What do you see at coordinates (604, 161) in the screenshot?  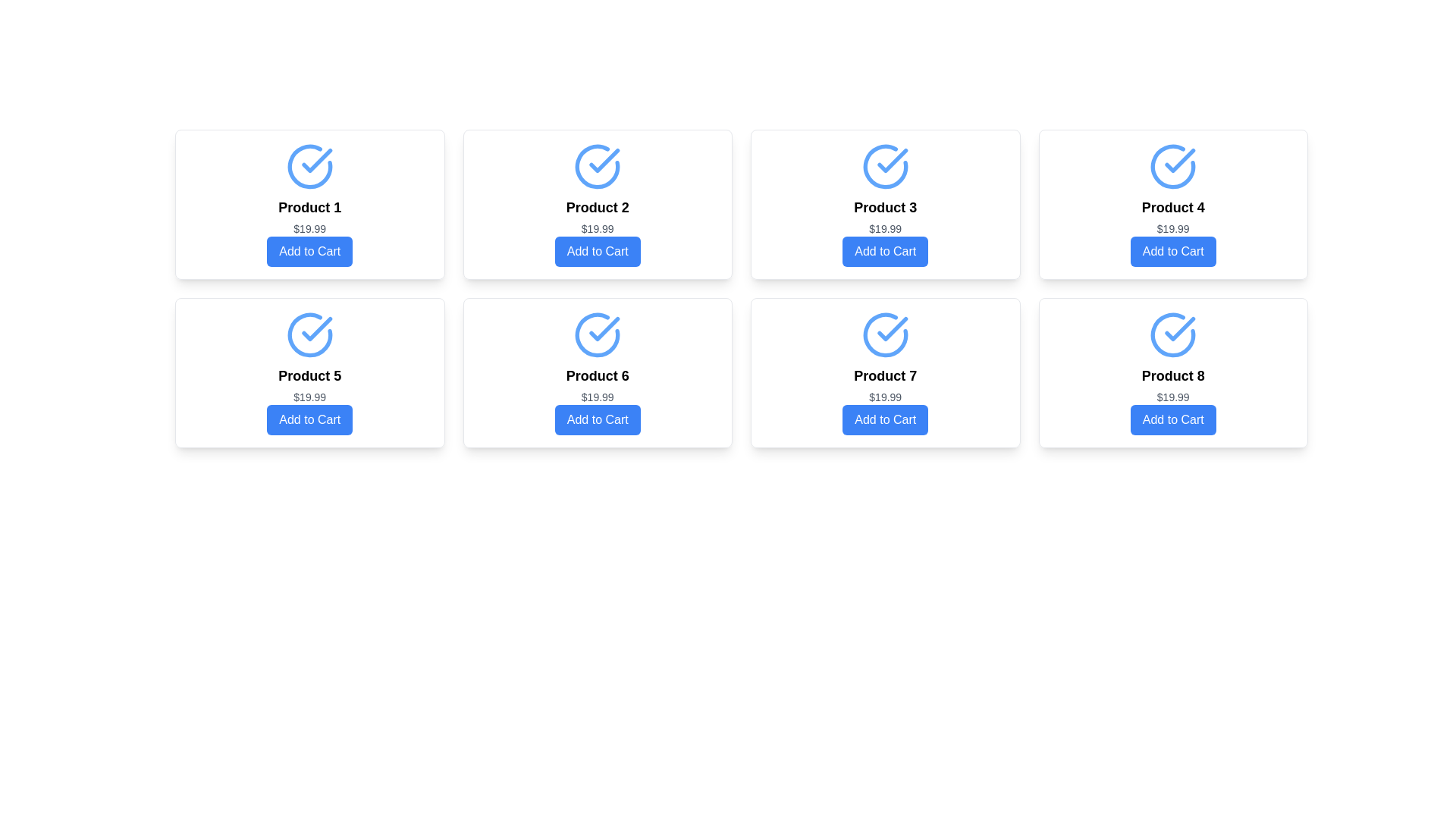 I see `the Iconographic SVG graphic with a checkmark design located on the 'Product 2' card in the top row of the grid layout` at bounding box center [604, 161].